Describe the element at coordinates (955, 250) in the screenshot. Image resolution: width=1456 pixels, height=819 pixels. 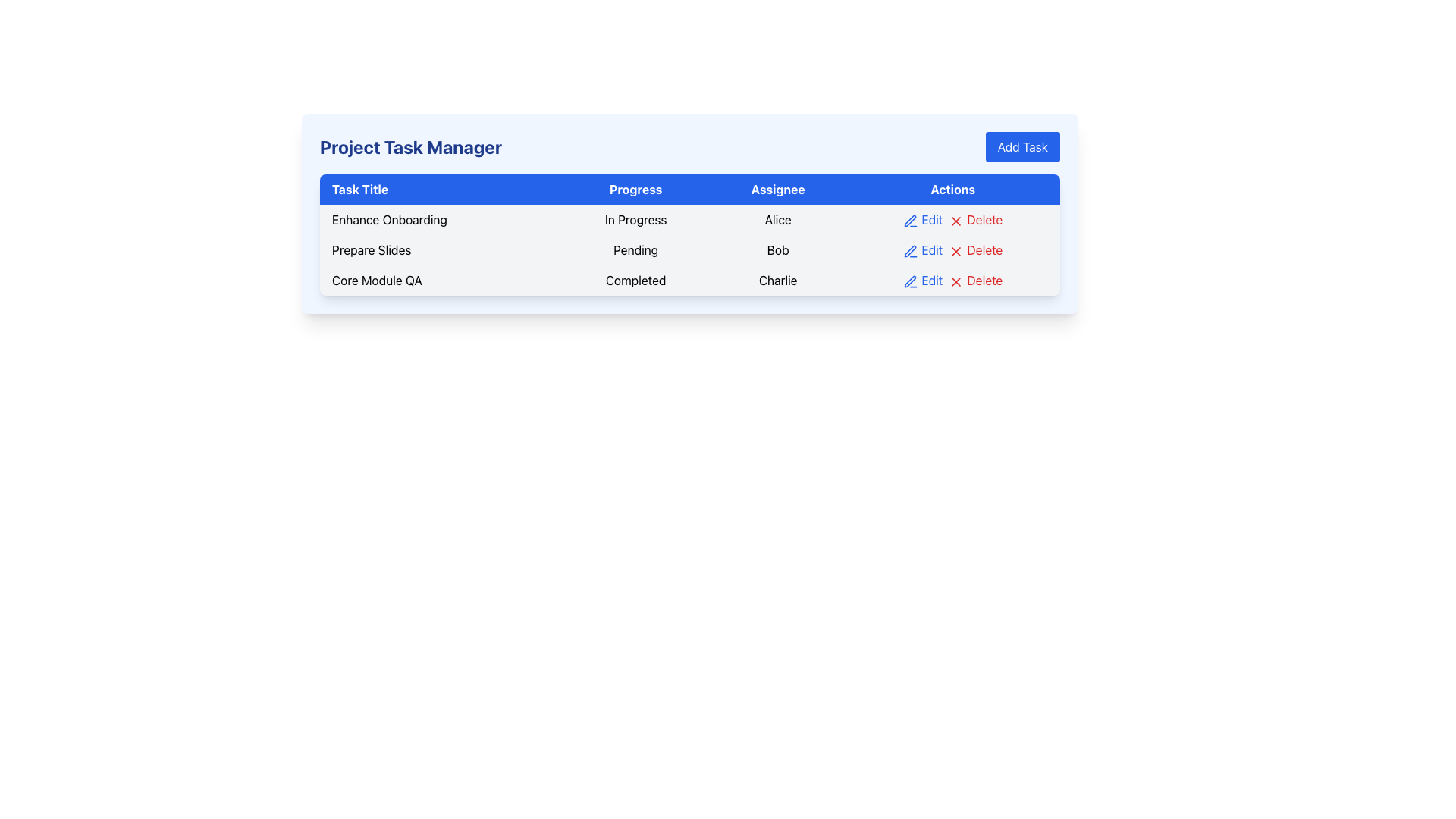
I see `the second red diagonal cross symbol in the Actions column` at that location.